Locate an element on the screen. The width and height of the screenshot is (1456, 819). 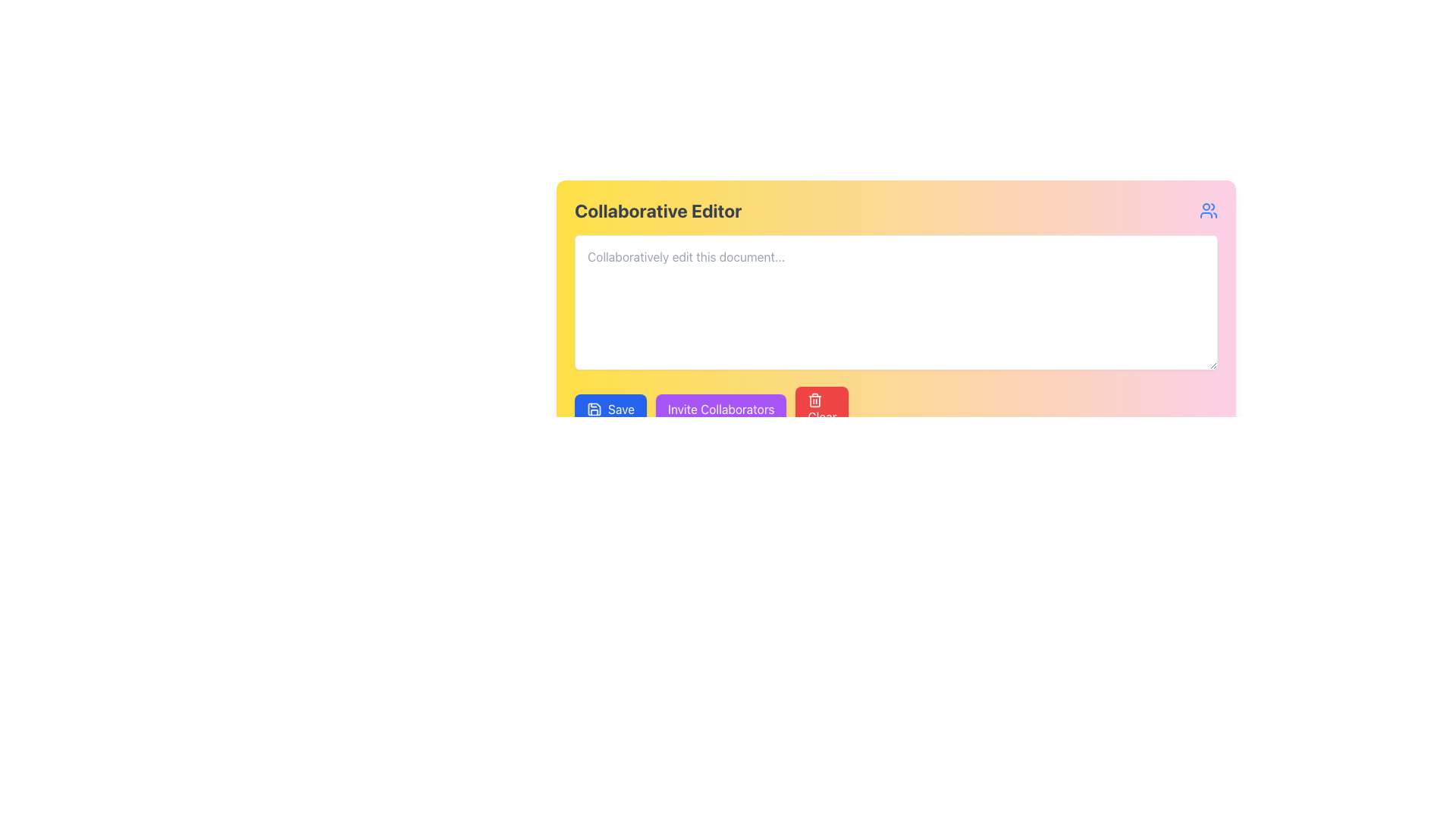
the text label that serves as a header or title for the section below, located at the top-left area of the broader rectangular section with a gradient background is located at coordinates (658, 210).